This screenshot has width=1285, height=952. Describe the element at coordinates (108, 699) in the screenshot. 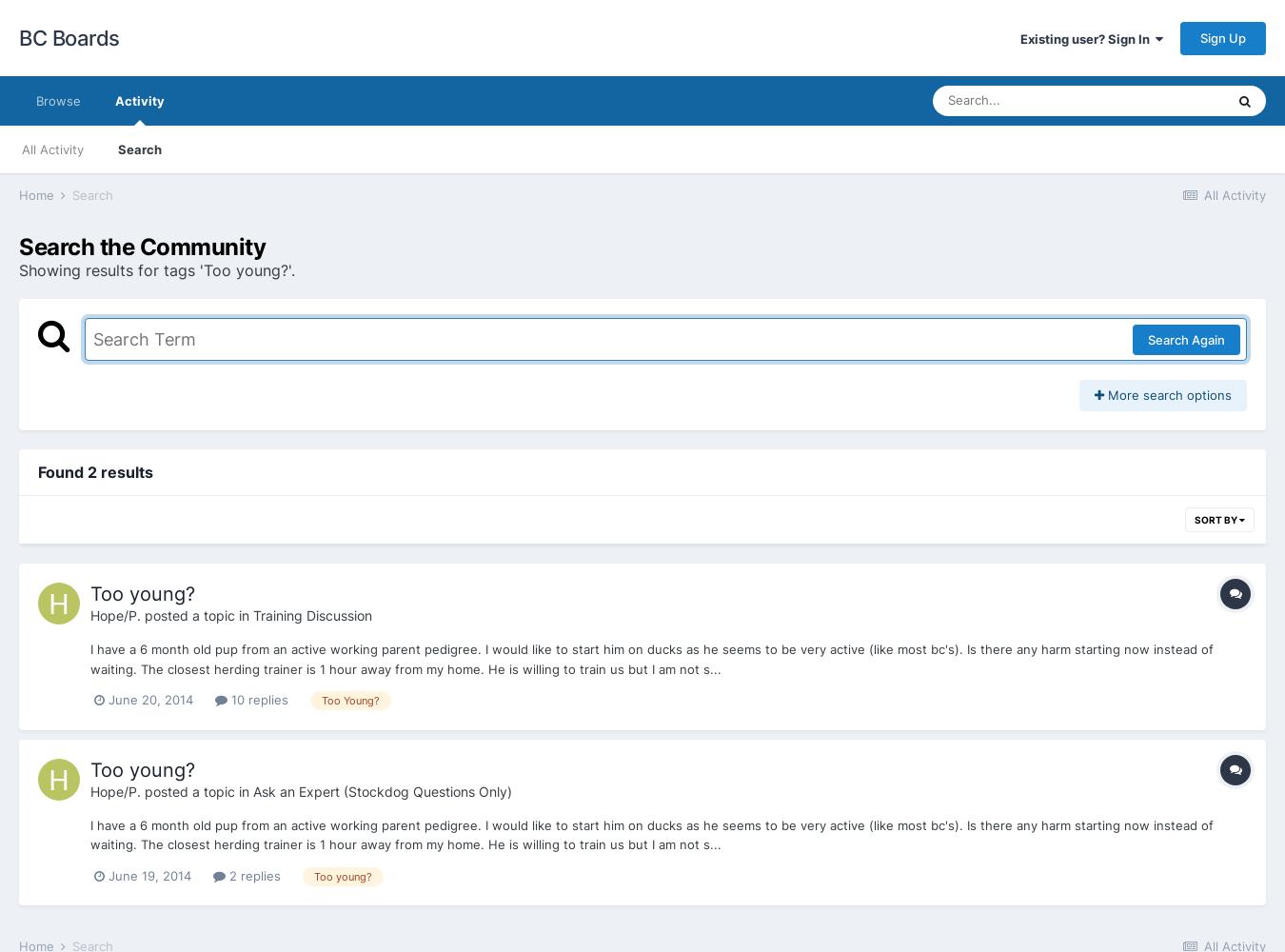

I see `'June 20, 2014'` at that location.